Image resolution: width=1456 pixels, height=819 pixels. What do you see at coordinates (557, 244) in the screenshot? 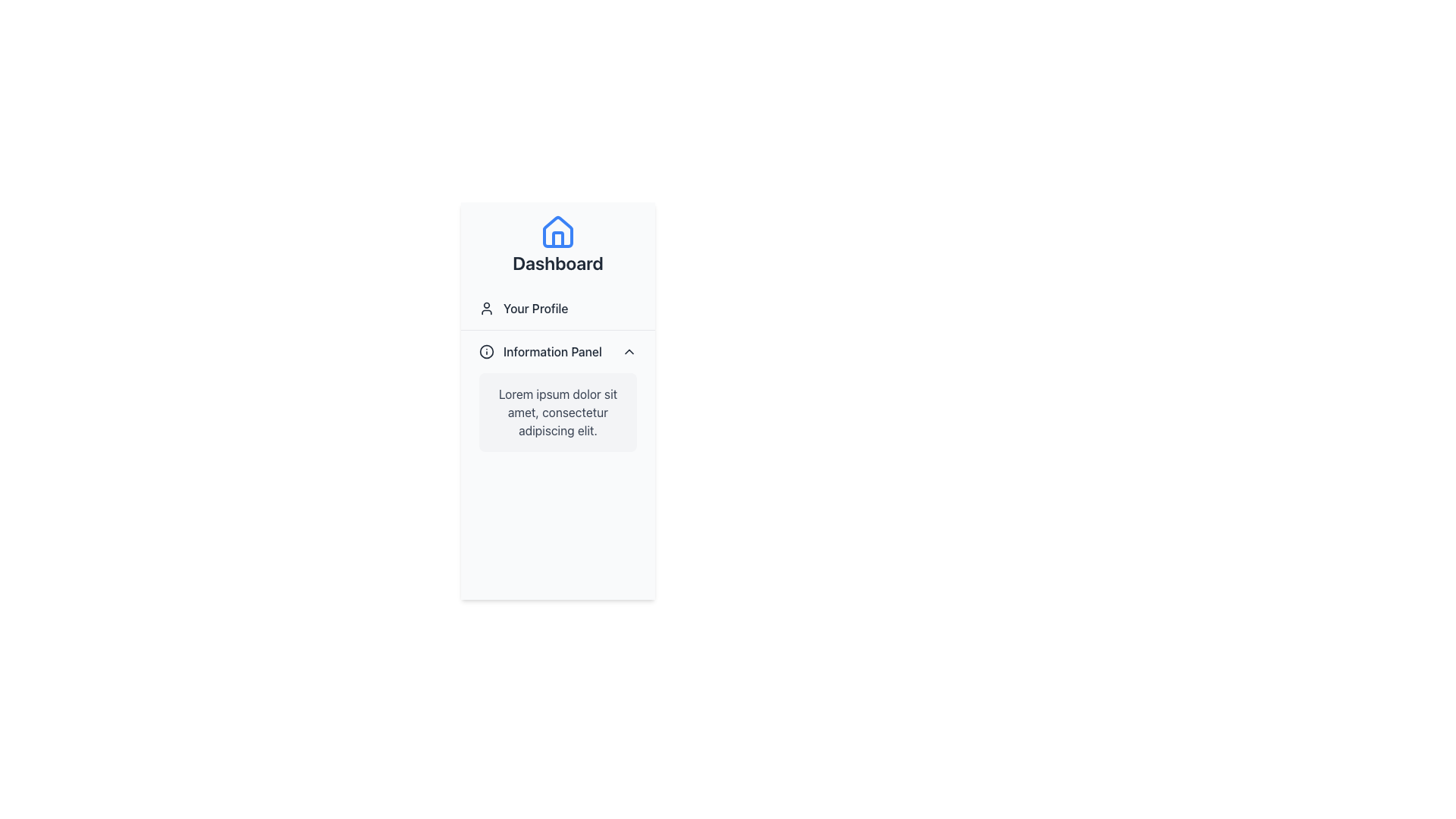
I see `the Navigation Item with a house icon and 'Dashboard' text` at bounding box center [557, 244].